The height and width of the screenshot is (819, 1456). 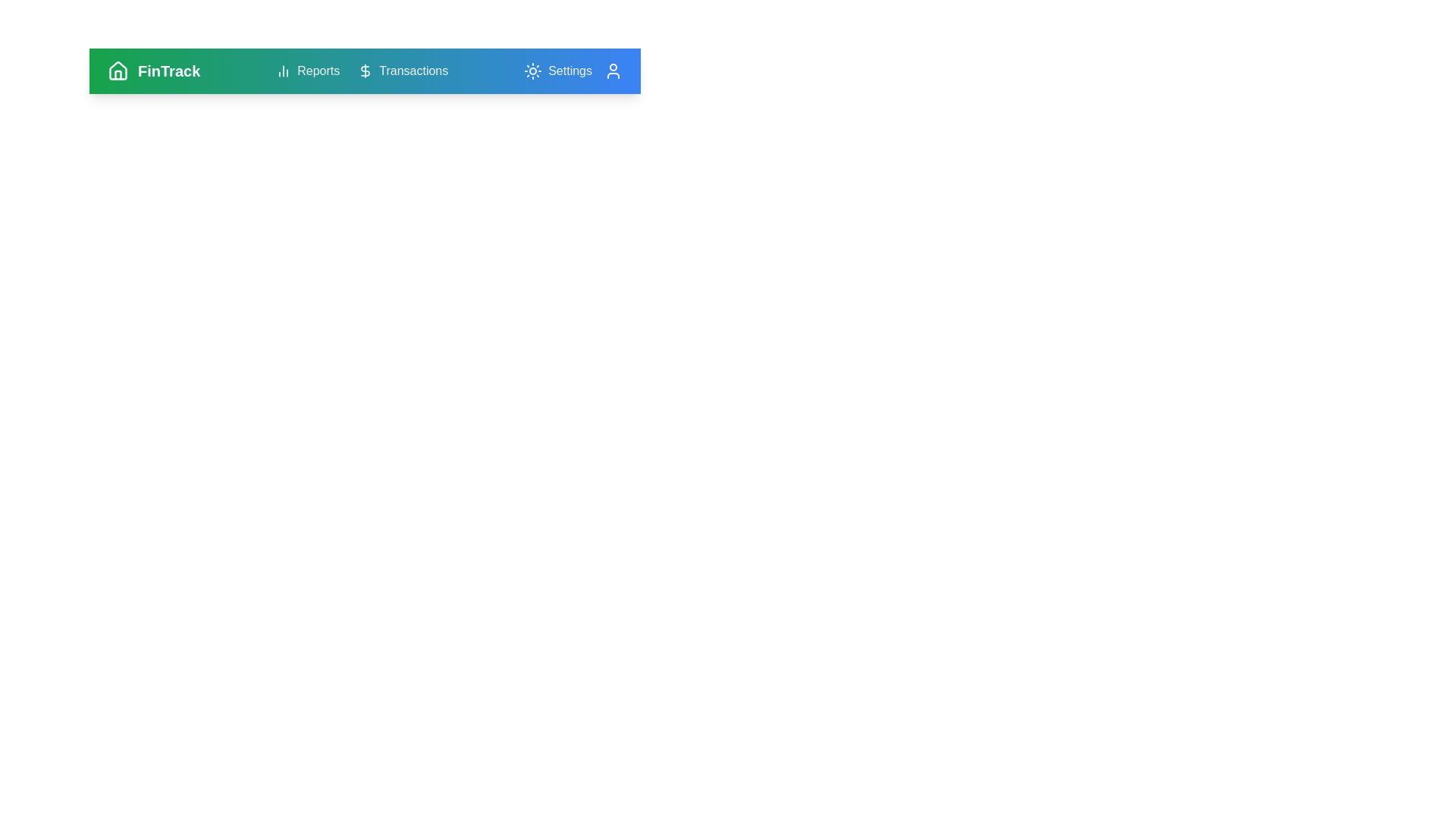 What do you see at coordinates (307, 71) in the screenshot?
I see `the Reports button to navigate to the Reports section` at bounding box center [307, 71].